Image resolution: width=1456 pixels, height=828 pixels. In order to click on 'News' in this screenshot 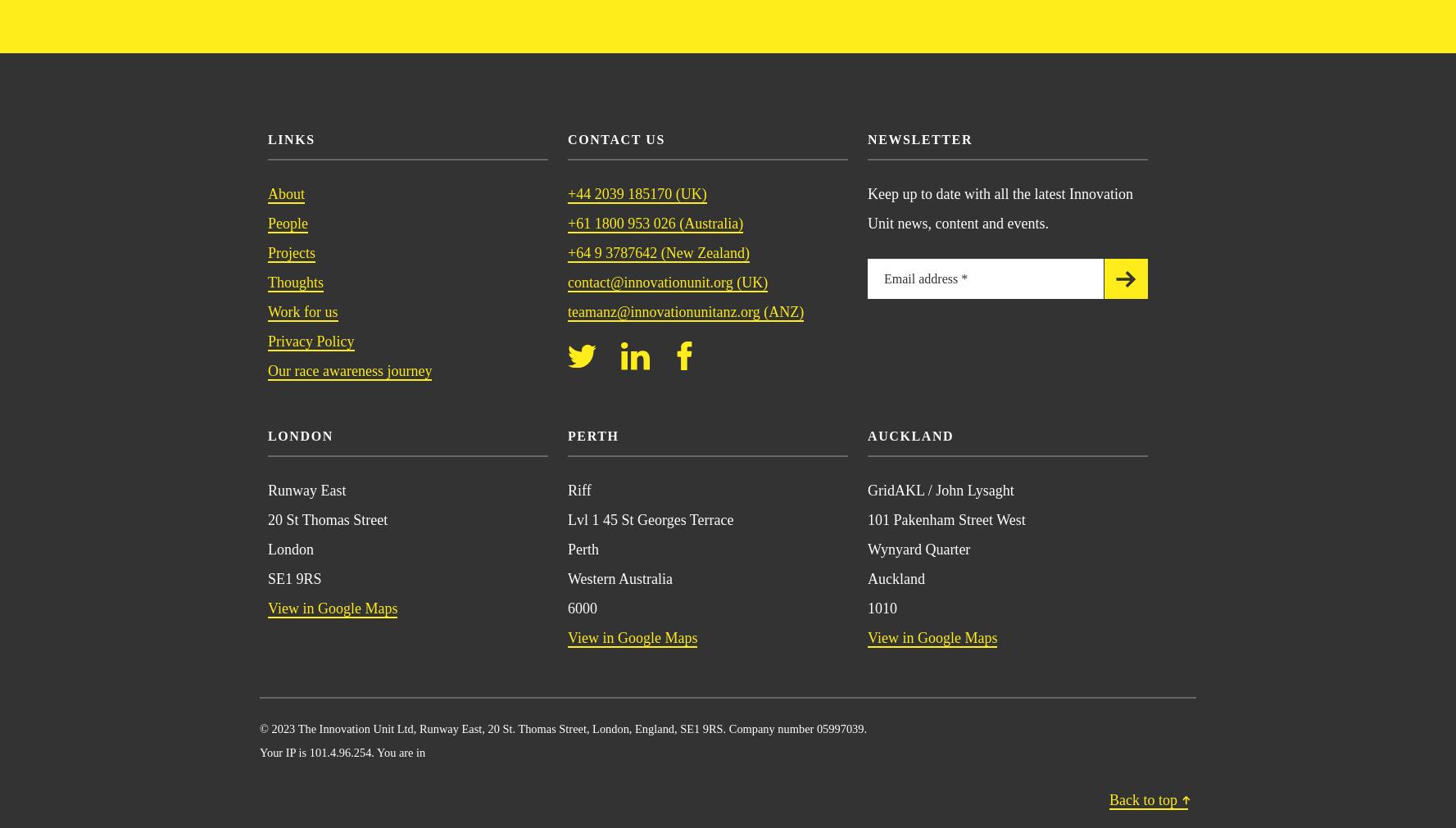, I will do `click(313, 110)`.